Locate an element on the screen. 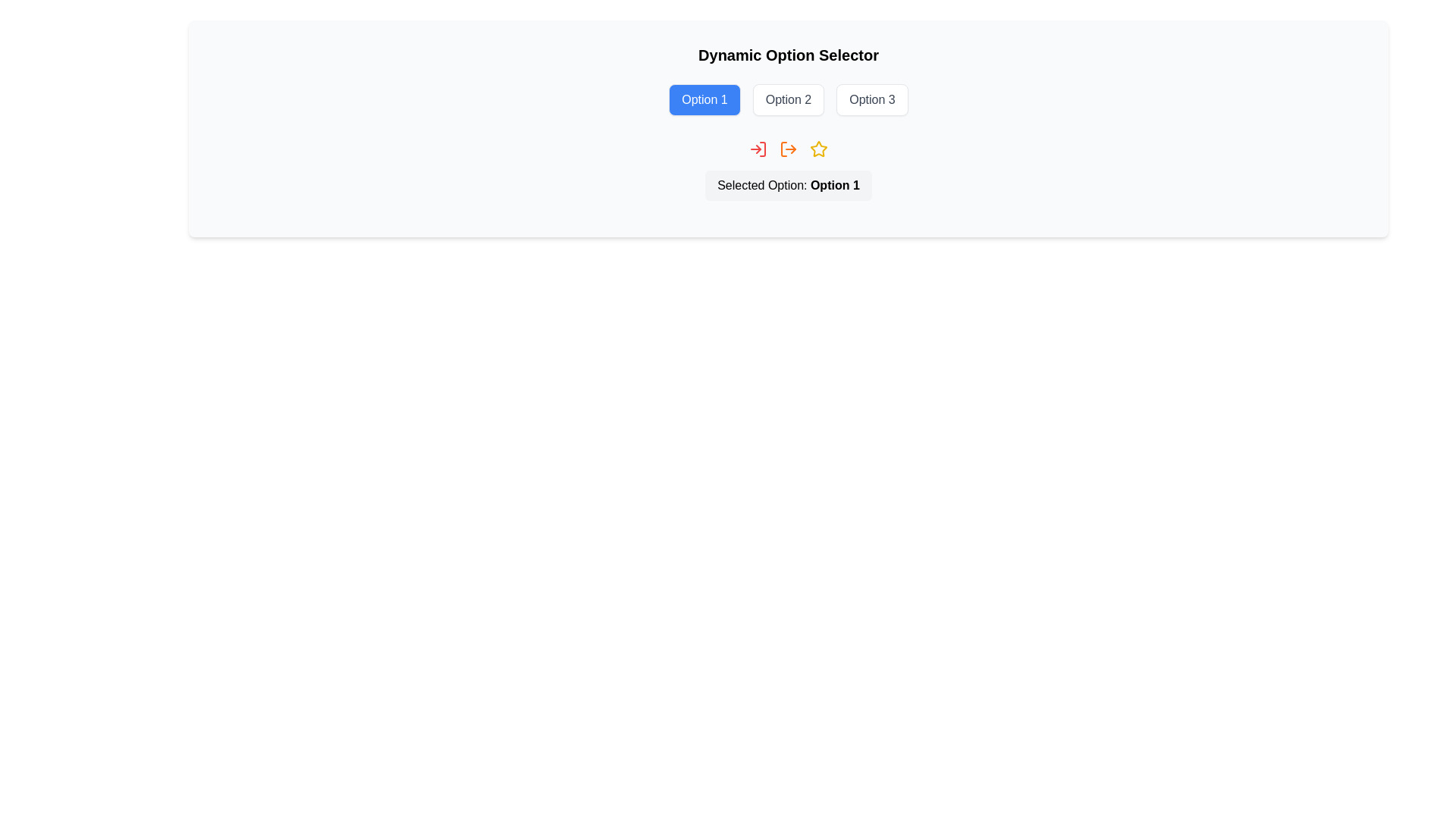 This screenshot has width=1456, height=819. the third icon from the right, which visually represents a rating feature or highlighted status in the application is located at coordinates (818, 149).